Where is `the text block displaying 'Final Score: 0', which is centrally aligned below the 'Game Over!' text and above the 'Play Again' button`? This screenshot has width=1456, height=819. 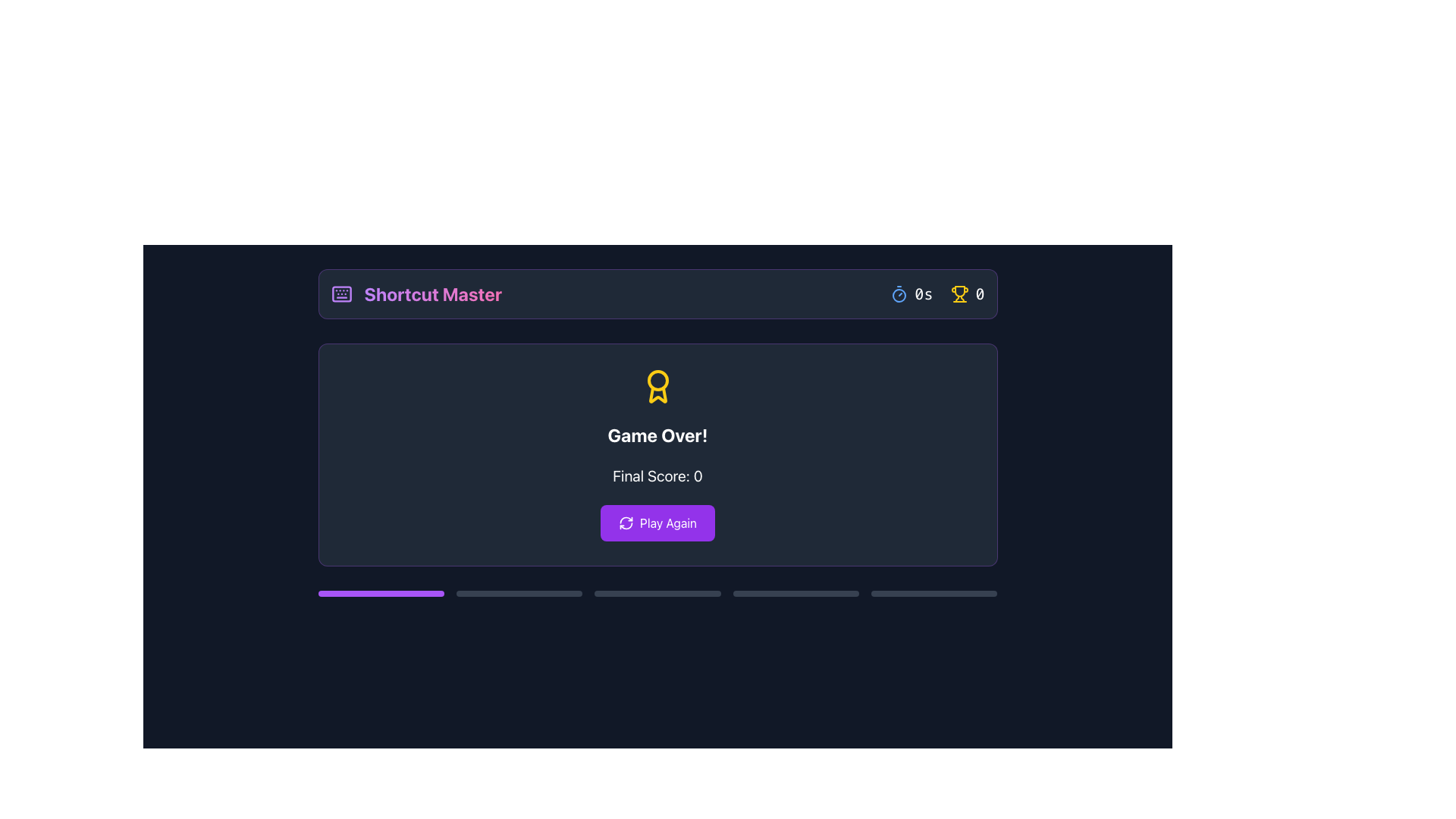
the text block displaying 'Final Score: 0', which is centrally aligned below the 'Game Over!' text and above the 'Play Again' button is located at coordinates (657, 475).